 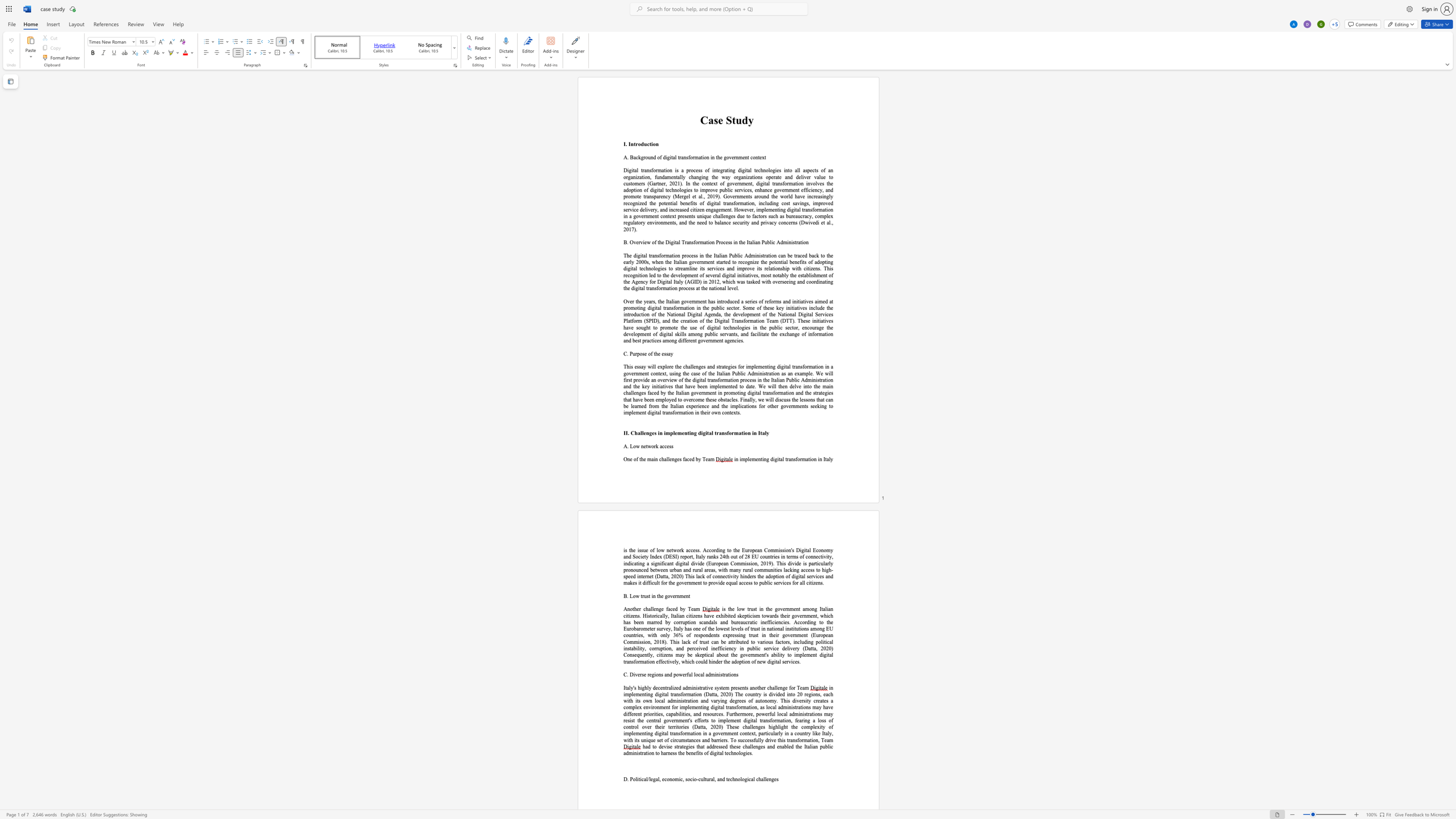 What do you see at coordinates (632, 353) in the screenshot?
I see `the space between the continuous character "P" and "u" in the text` at bounding box center [632, 353].